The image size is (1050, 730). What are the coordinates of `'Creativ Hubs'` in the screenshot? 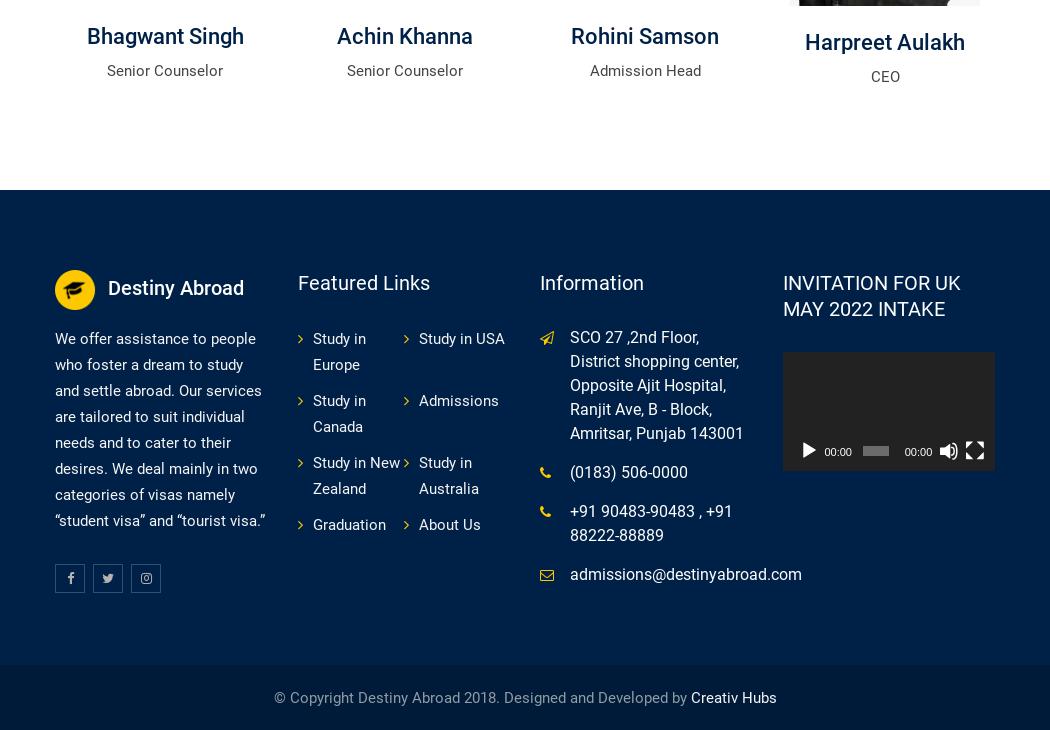 It's located at (732, 698).